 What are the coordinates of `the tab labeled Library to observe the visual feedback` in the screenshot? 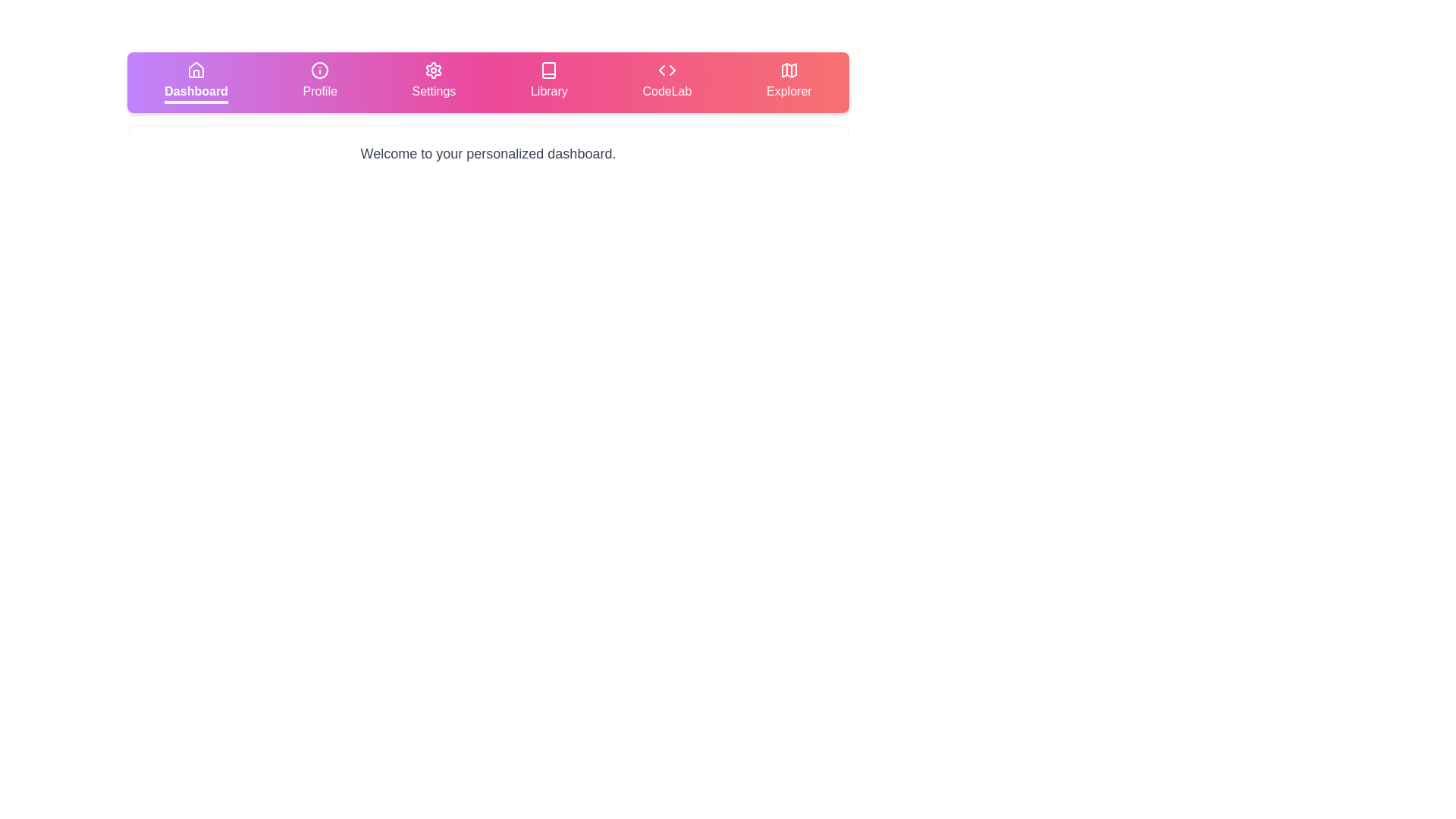 It's located at (548, 82).